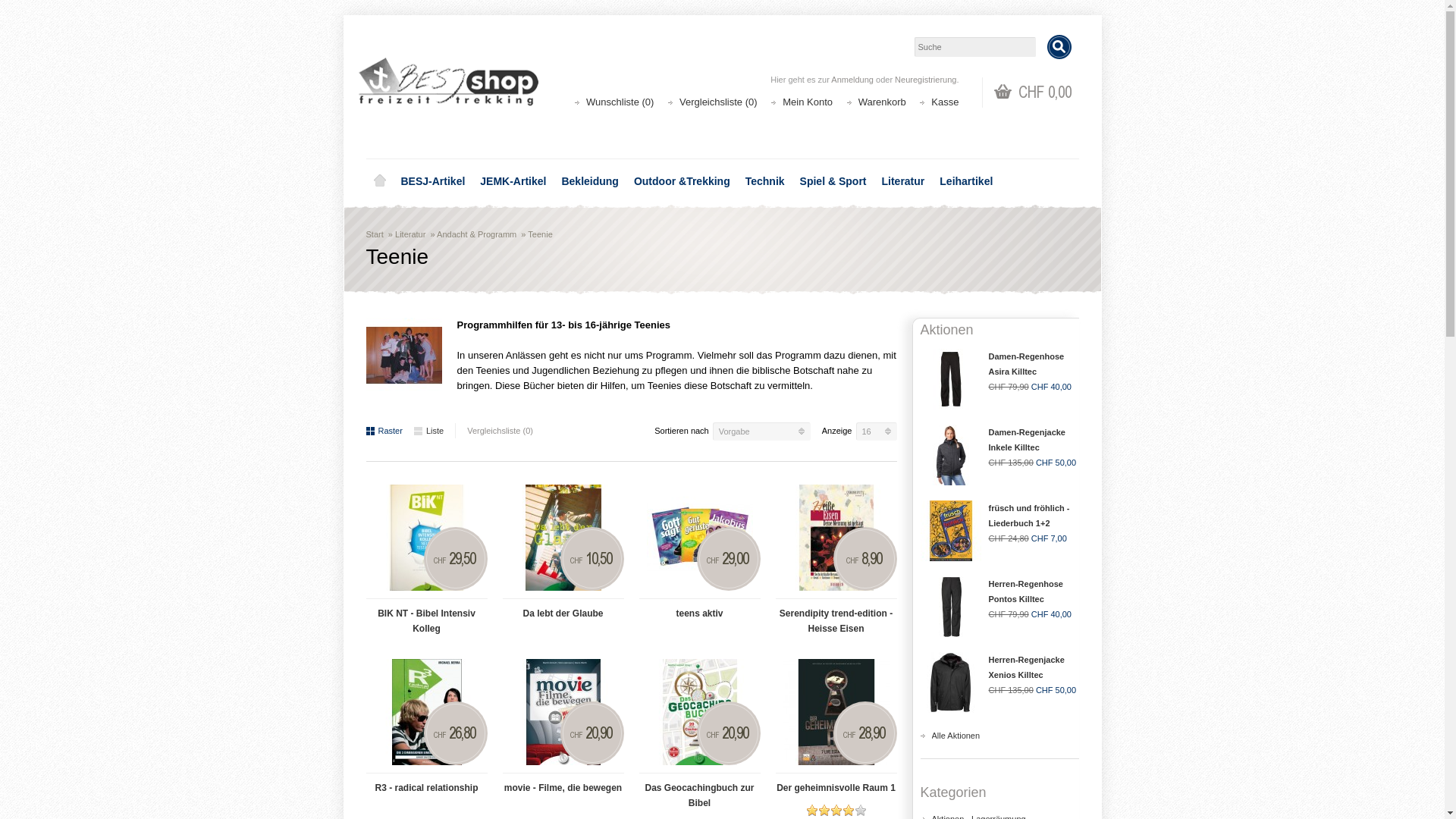 This screenshot has width=1456, height=819. What do you see at coordinates (425, 617) in the screenshot?
I see `'BIK NT - Bibel Intensiv Kolleg'` at bounding box center [425, 617].